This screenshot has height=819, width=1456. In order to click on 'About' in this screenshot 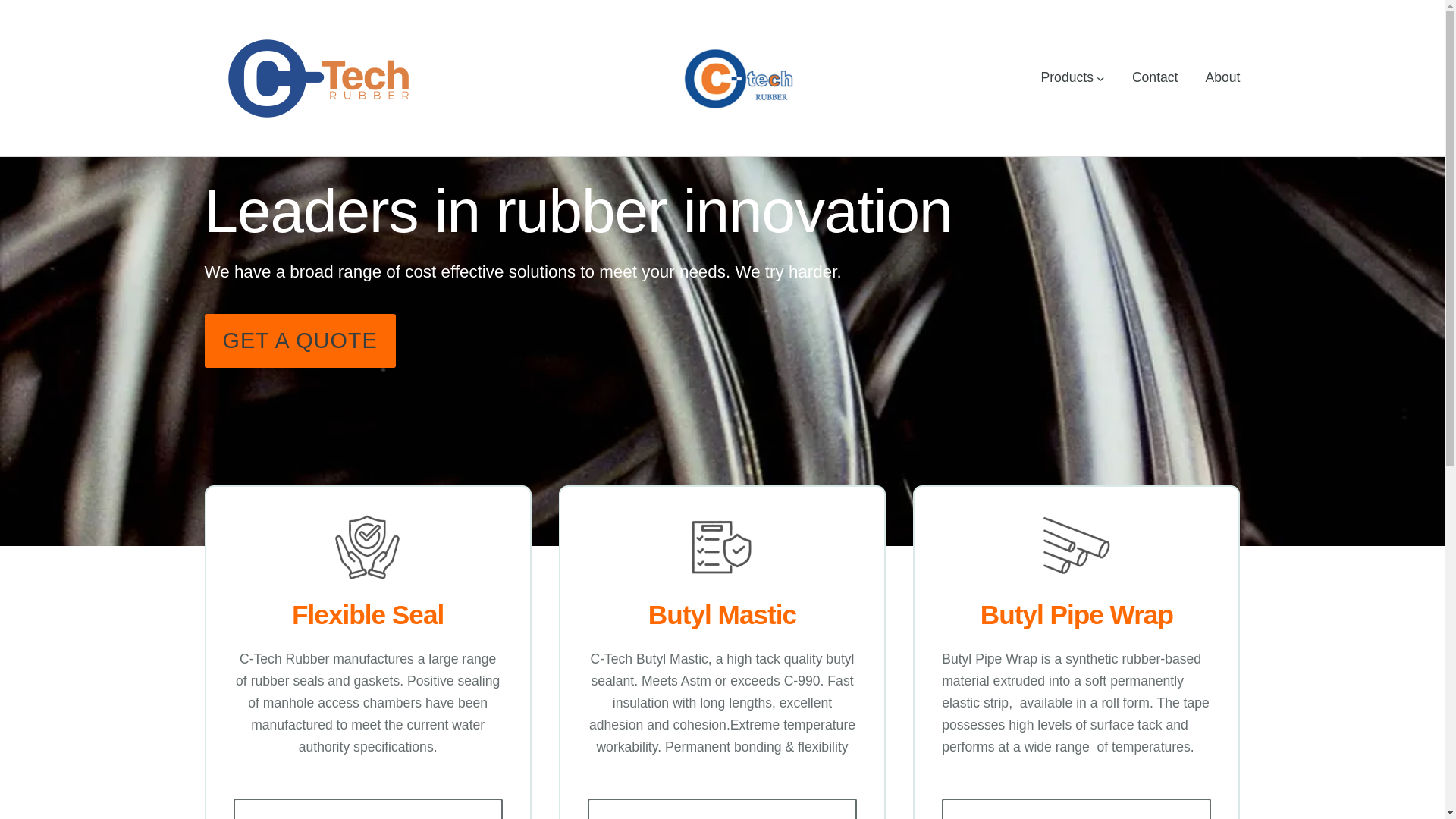, I will do `click(1222, 77)`.